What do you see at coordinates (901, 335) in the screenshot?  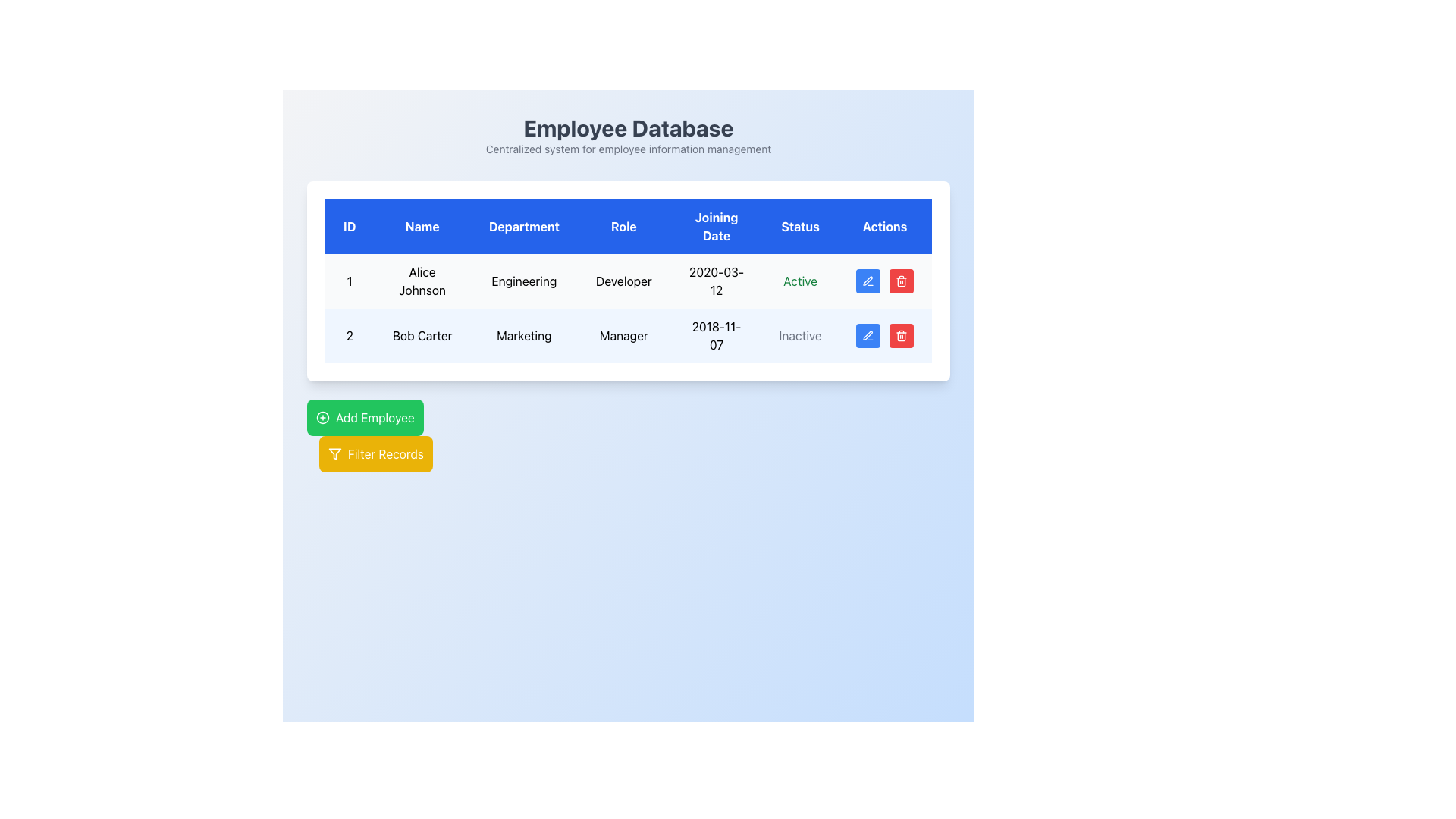 I see `the delete button located in the rightmost column of the second row in the 'Actions' table` at bounding box center [901, 335].